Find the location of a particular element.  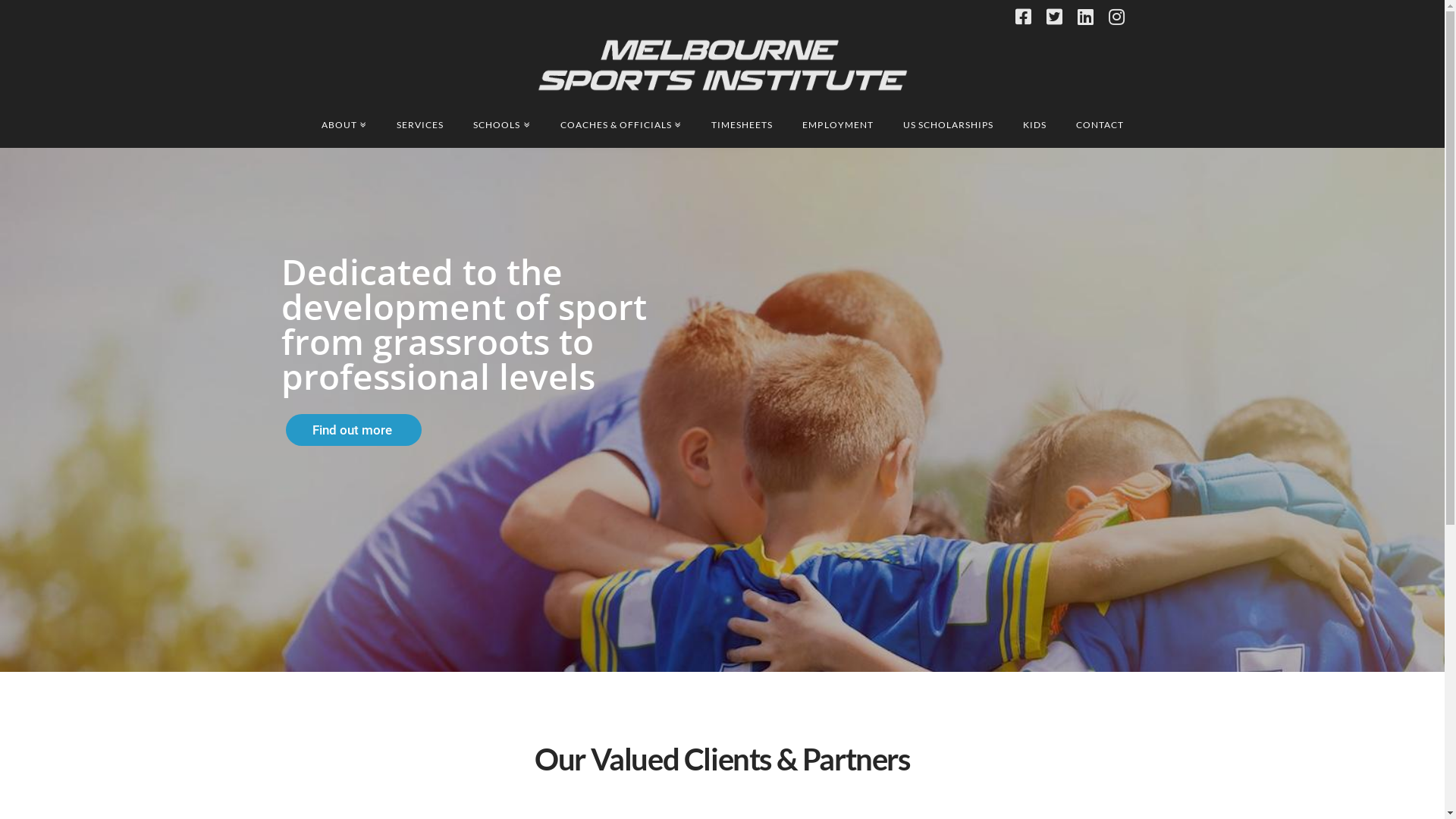

'Facebook' is located at coordinates (1022, 17).